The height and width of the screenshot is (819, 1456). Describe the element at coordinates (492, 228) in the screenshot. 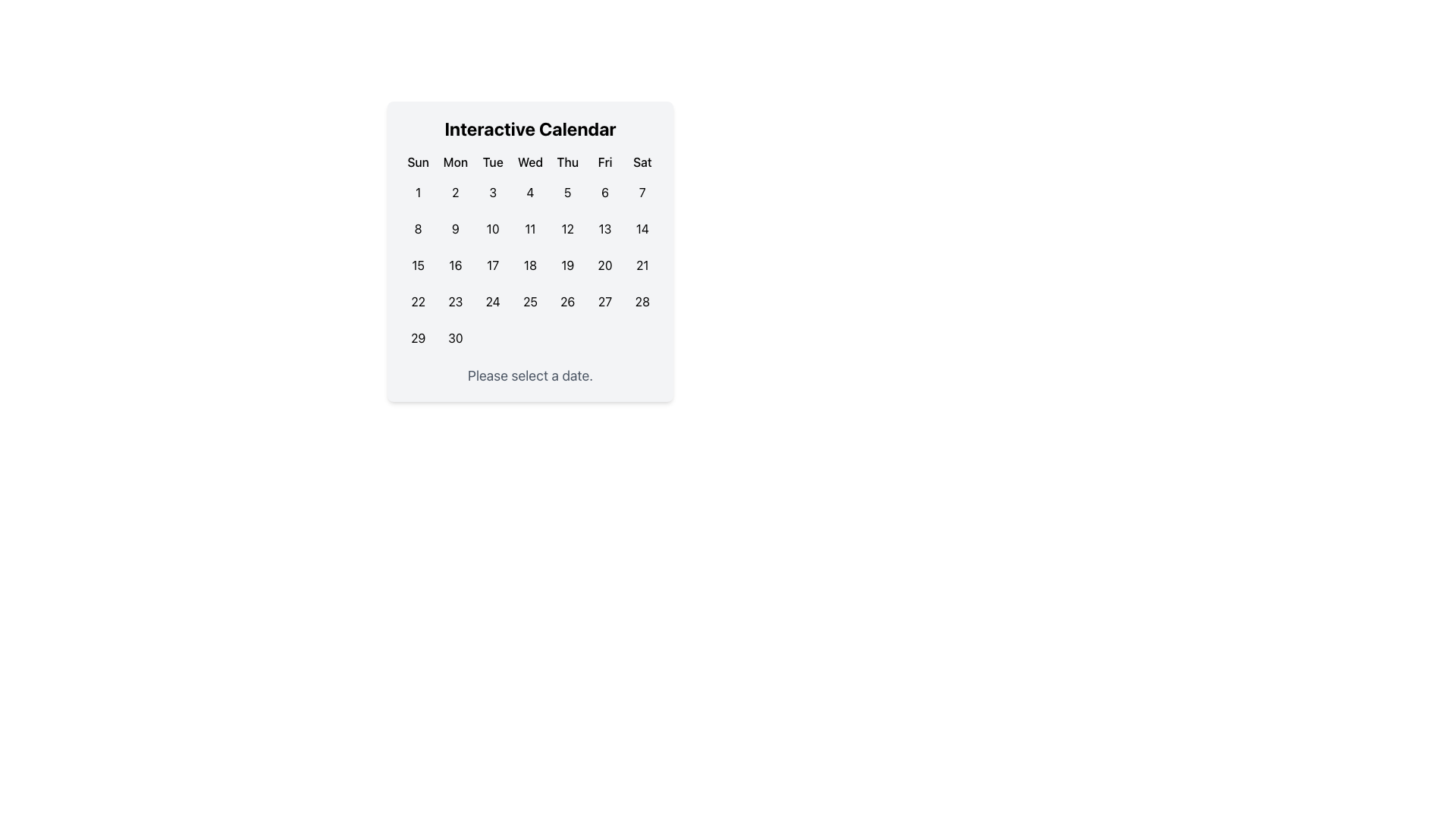

I see `the calendar date button representing '10' located in the second row and third column of the calendar grid` at that location.